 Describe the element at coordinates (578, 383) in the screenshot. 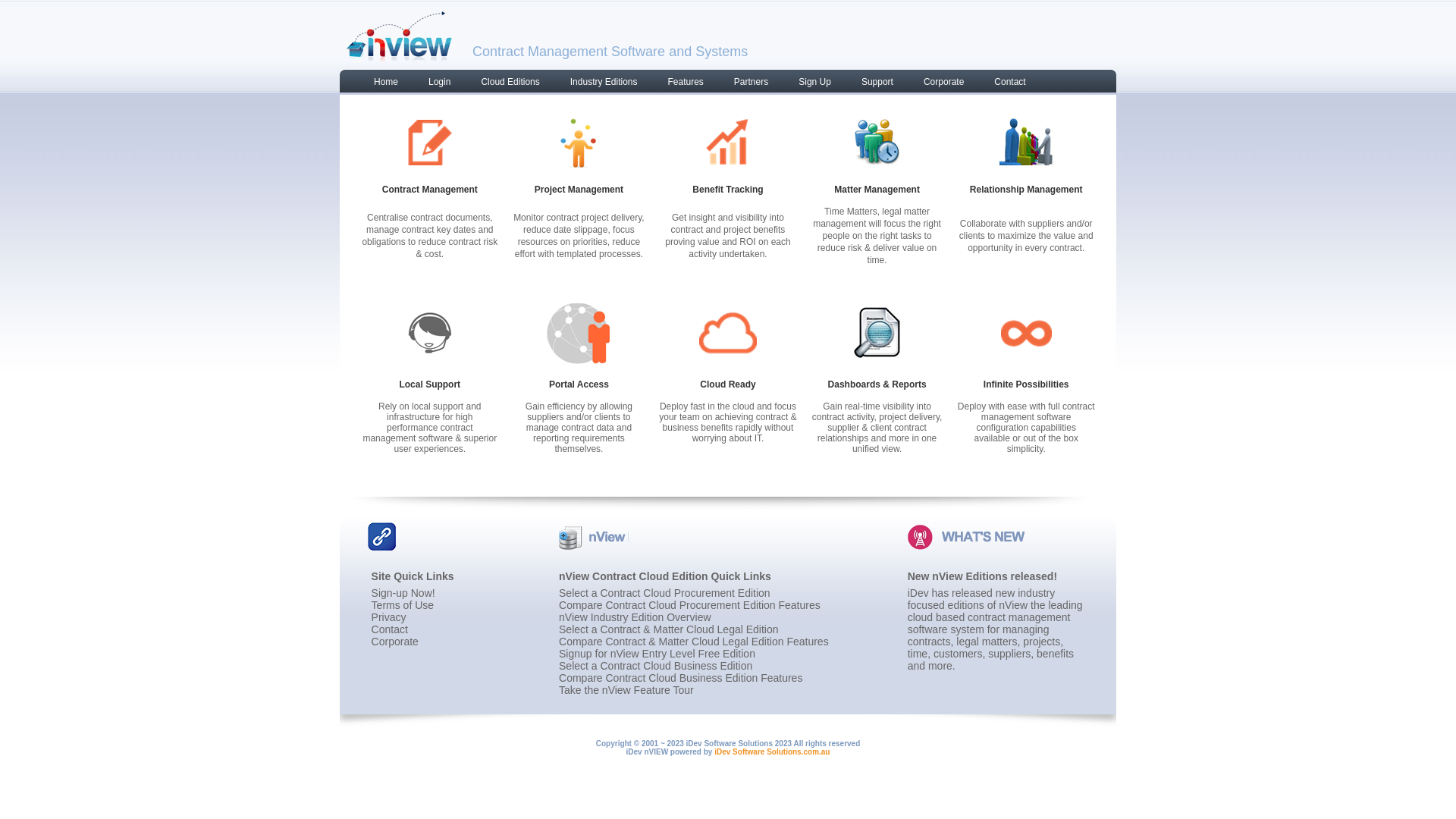

I see `'Portal Access'` at that location.